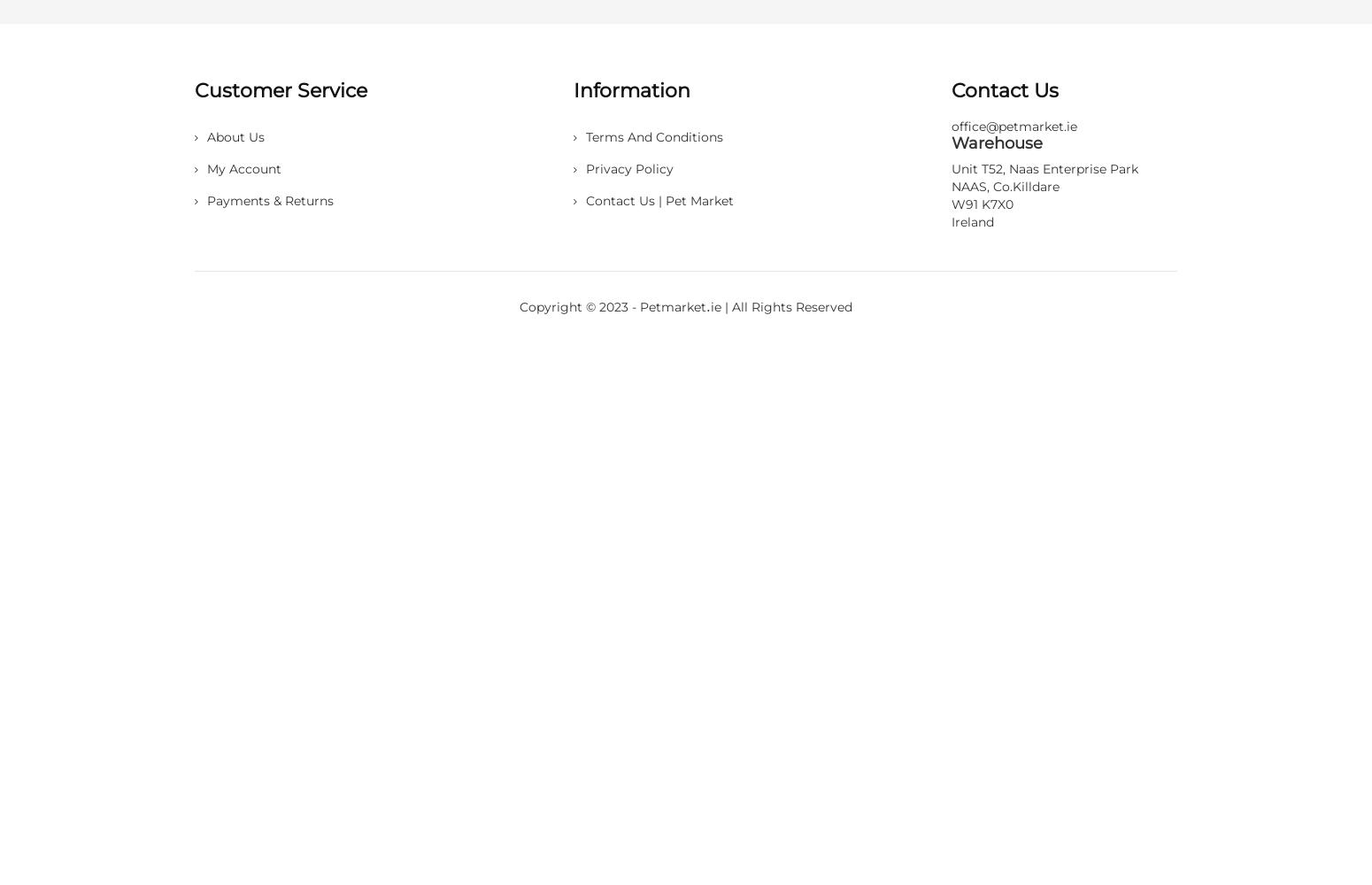  What do you see at coordinates (280, 88) in the screenshot?
I see `'Customer Service'` at bounding box center [280, 88].